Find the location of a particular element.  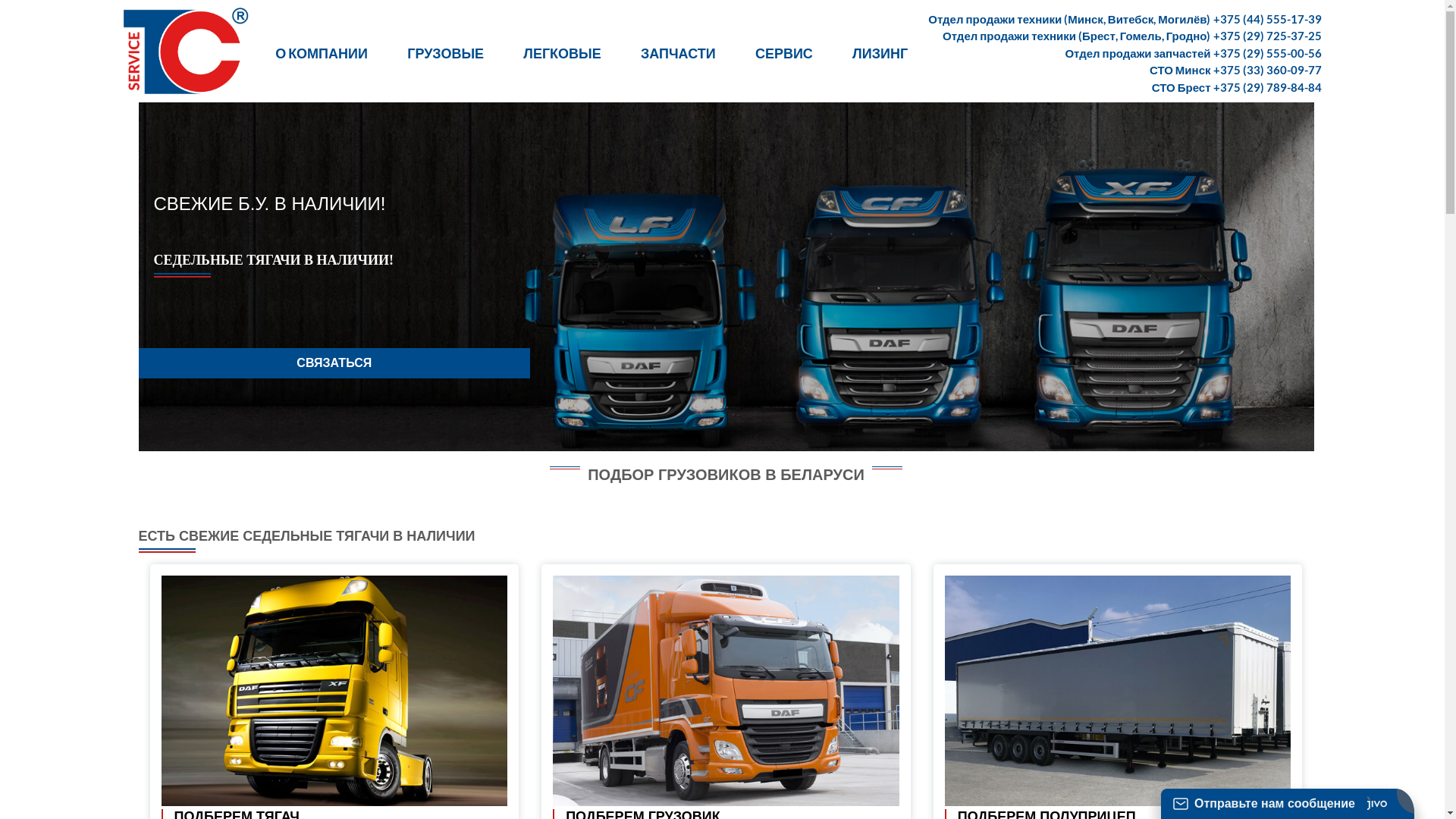

'+375 (33) 360-09-77' is located at coordinates (1267, 70).